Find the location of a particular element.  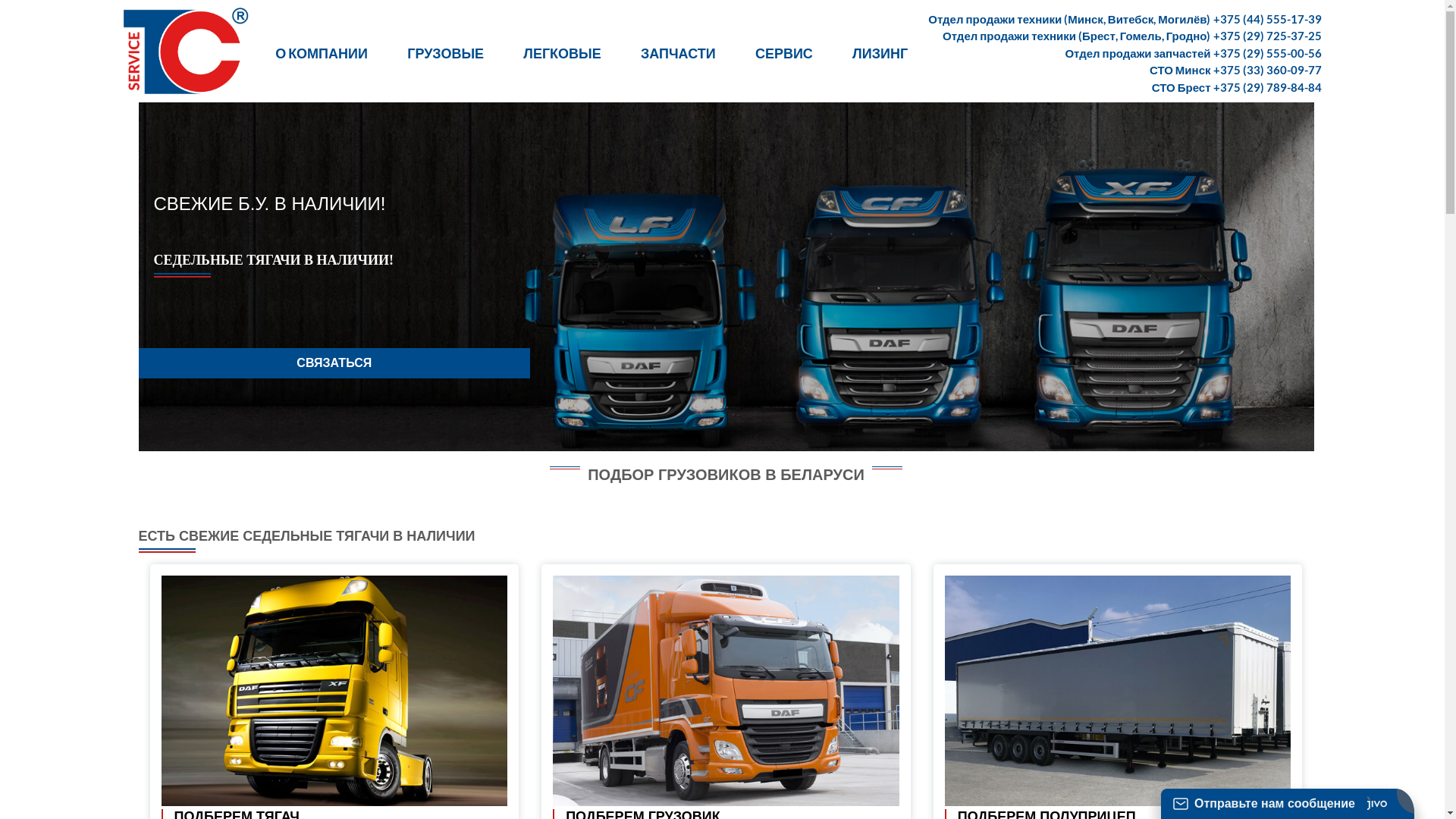

'+375 (33) 360-09-77' is located at coordinates (1267, 70).